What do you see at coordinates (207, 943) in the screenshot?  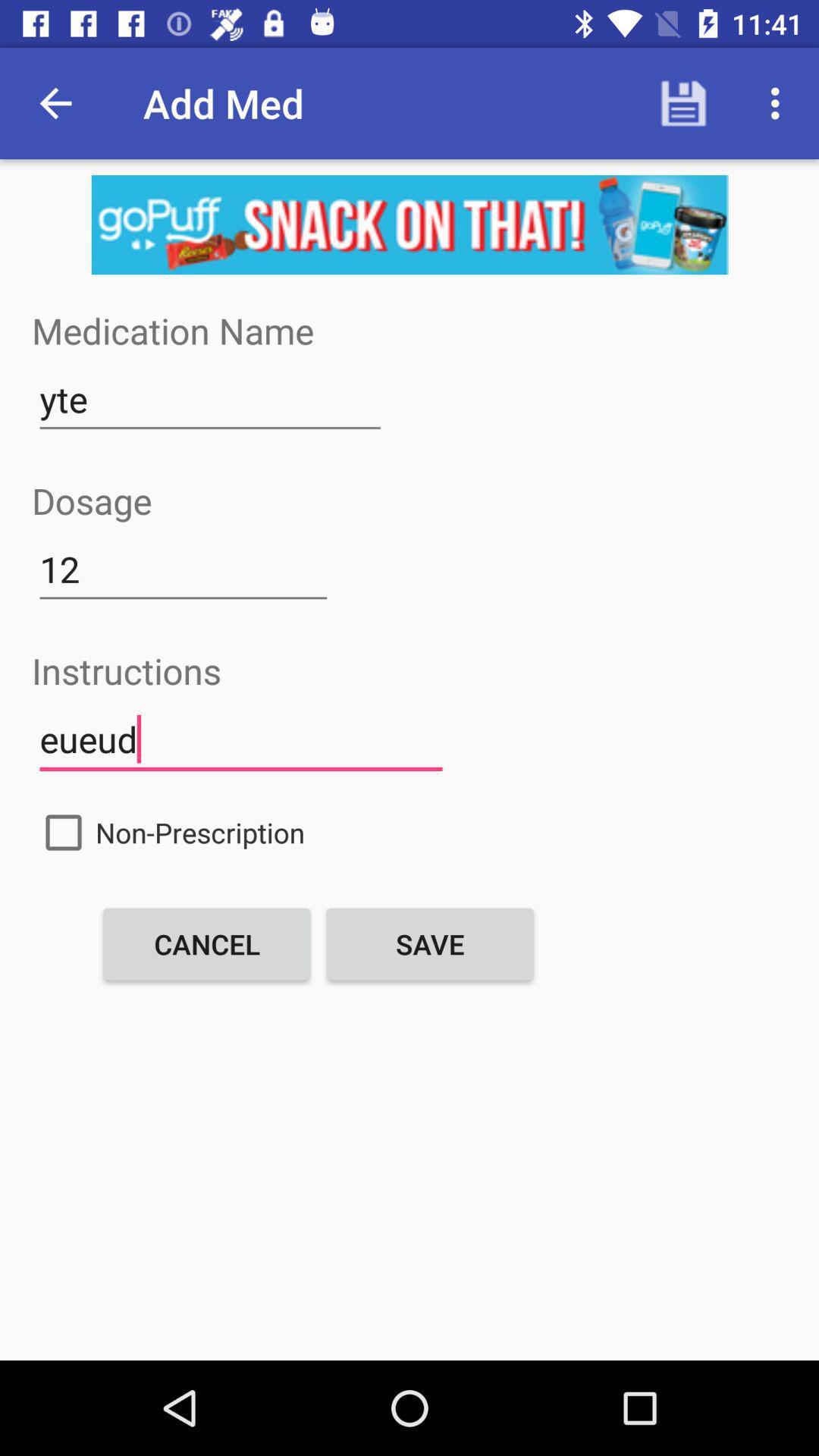 I see `the cancel button` at bounding box center [207, 943].